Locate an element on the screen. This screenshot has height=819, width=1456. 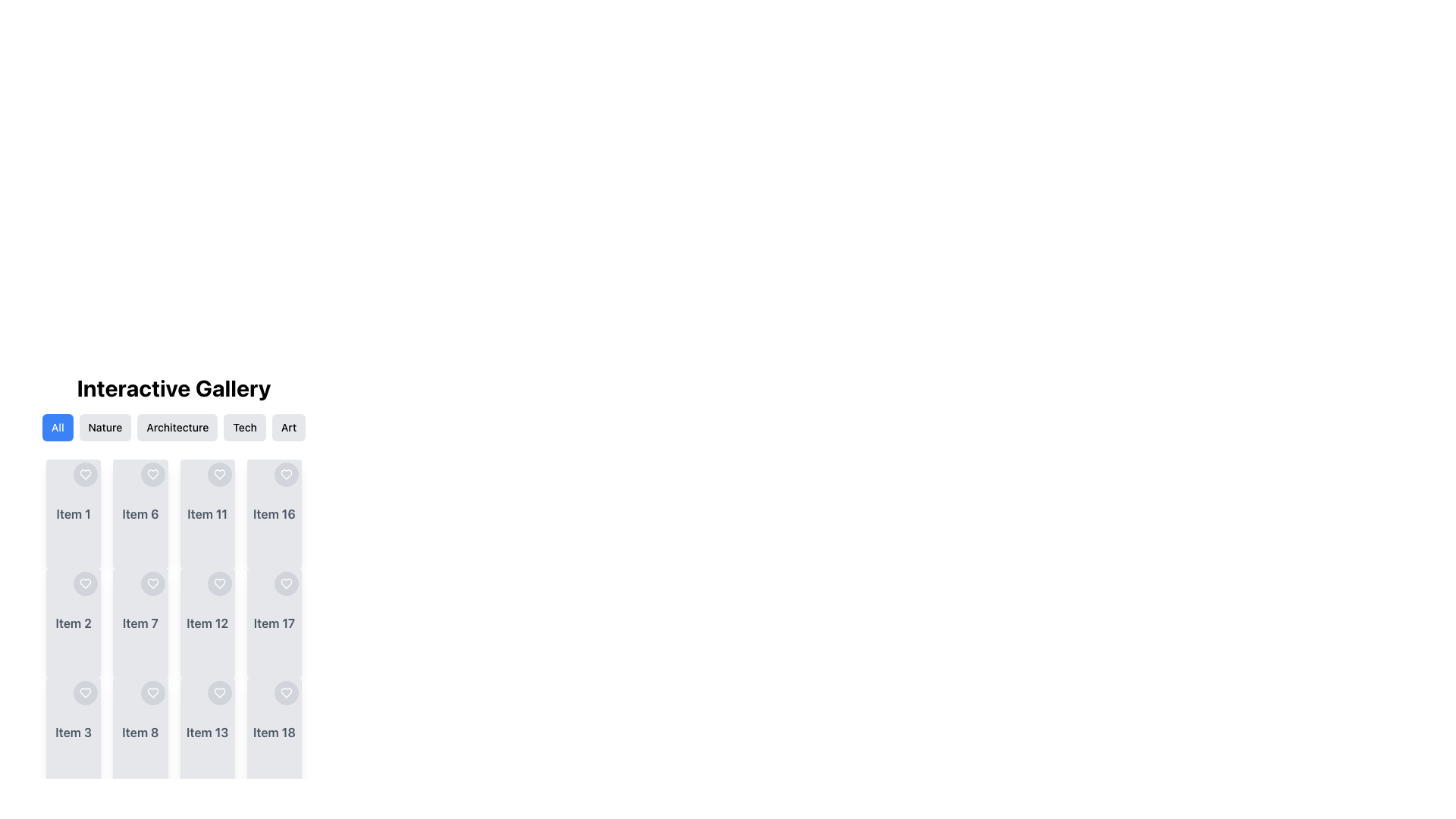
the favoriting icon located in the second column and third row of the grid layout for 'Item 7' is located at coordinates (152, 583).